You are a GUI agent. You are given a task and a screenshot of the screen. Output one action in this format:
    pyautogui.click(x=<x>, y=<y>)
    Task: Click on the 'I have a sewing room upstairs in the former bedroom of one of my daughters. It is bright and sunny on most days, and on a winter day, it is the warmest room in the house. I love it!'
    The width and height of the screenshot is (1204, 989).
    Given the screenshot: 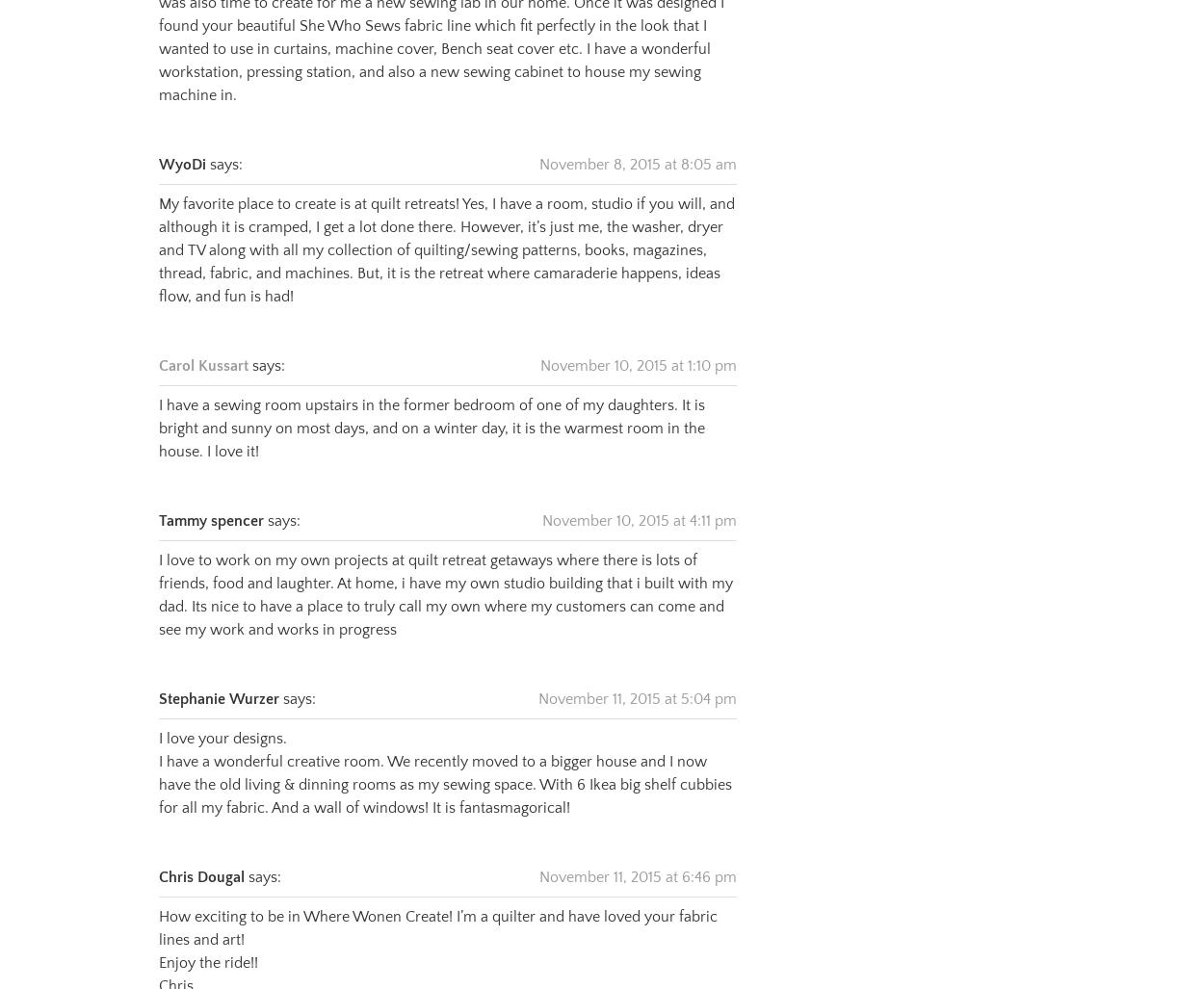 What is the action you would take?
    pyautogui.click(x=431, y=403)
    